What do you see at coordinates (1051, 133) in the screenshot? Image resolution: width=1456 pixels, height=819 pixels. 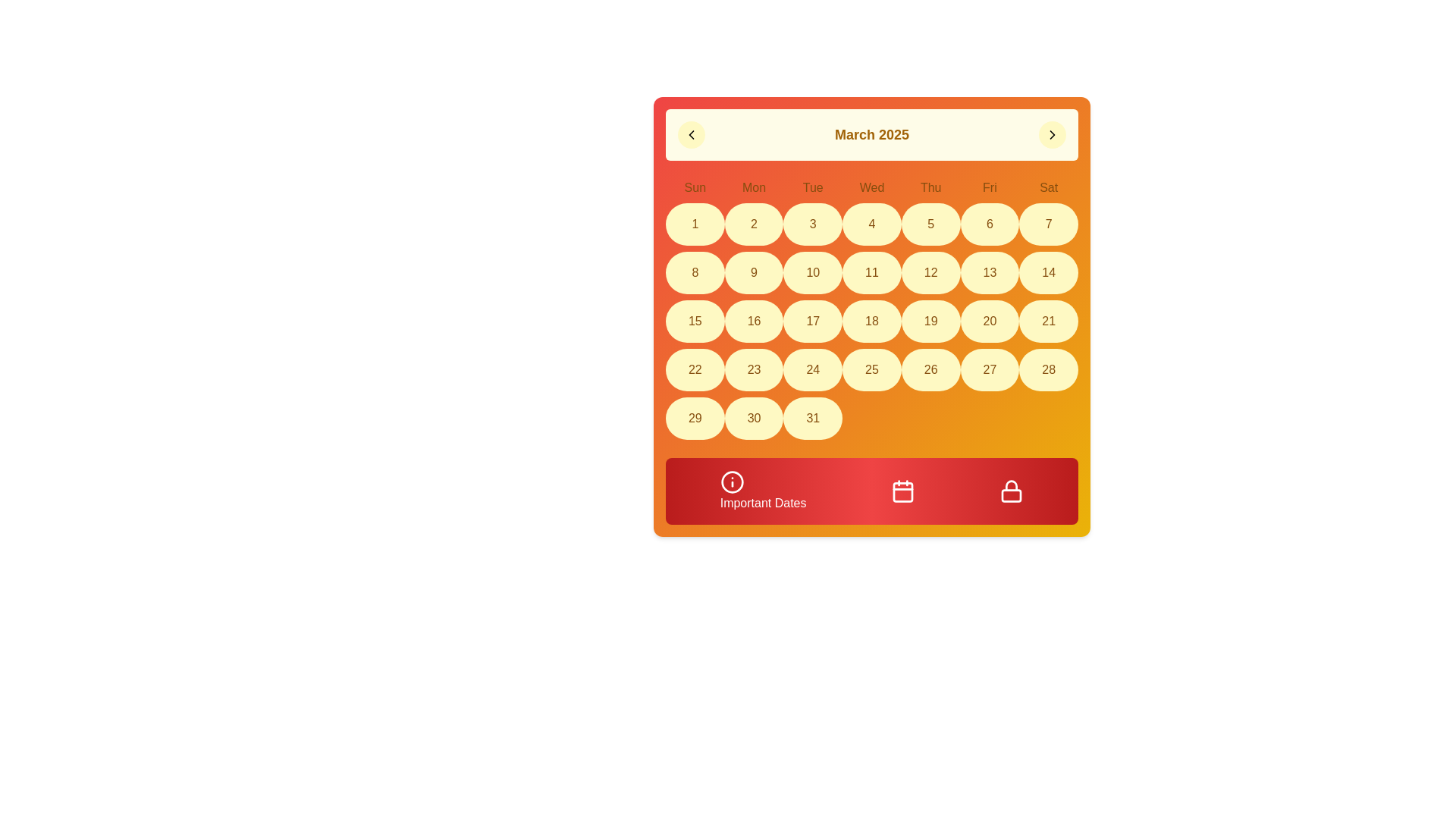 I see `the rightward-pointing chevron icon on the circular button located at the top-right corner of the calendar header` at bounding box center [1051, 133].